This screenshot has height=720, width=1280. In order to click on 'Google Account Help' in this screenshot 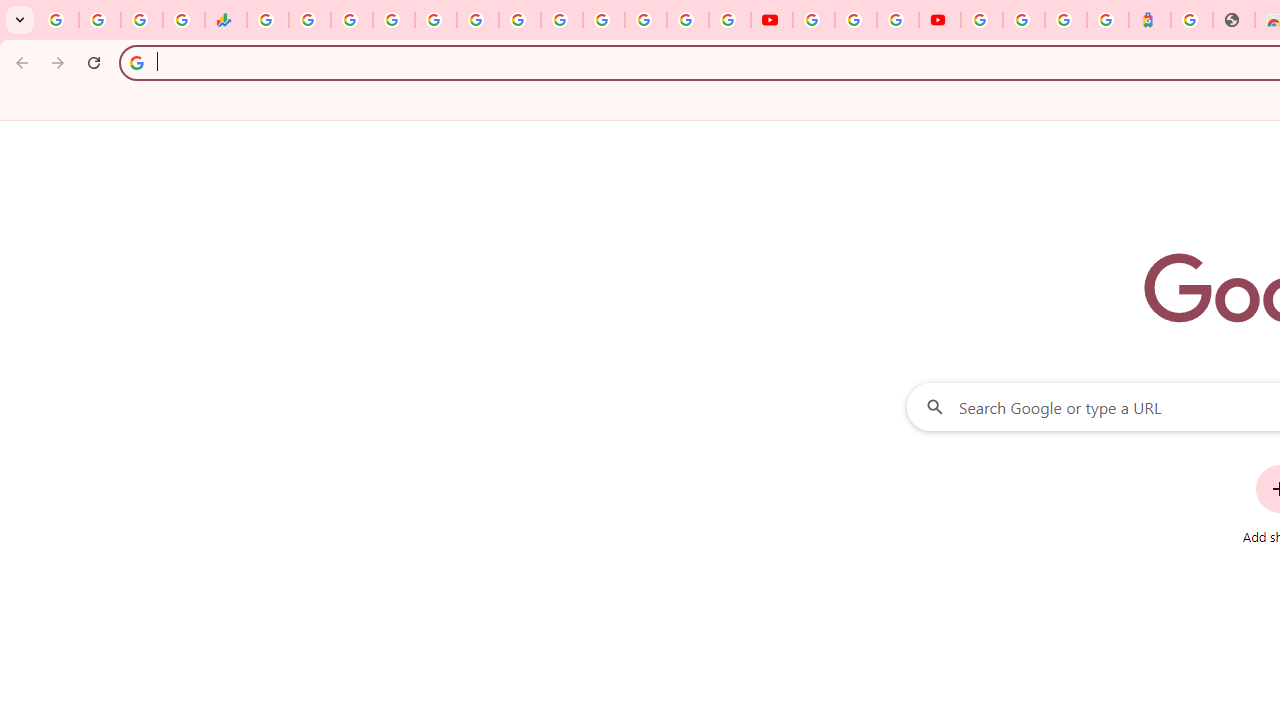, I will do `click(855, 20)`.